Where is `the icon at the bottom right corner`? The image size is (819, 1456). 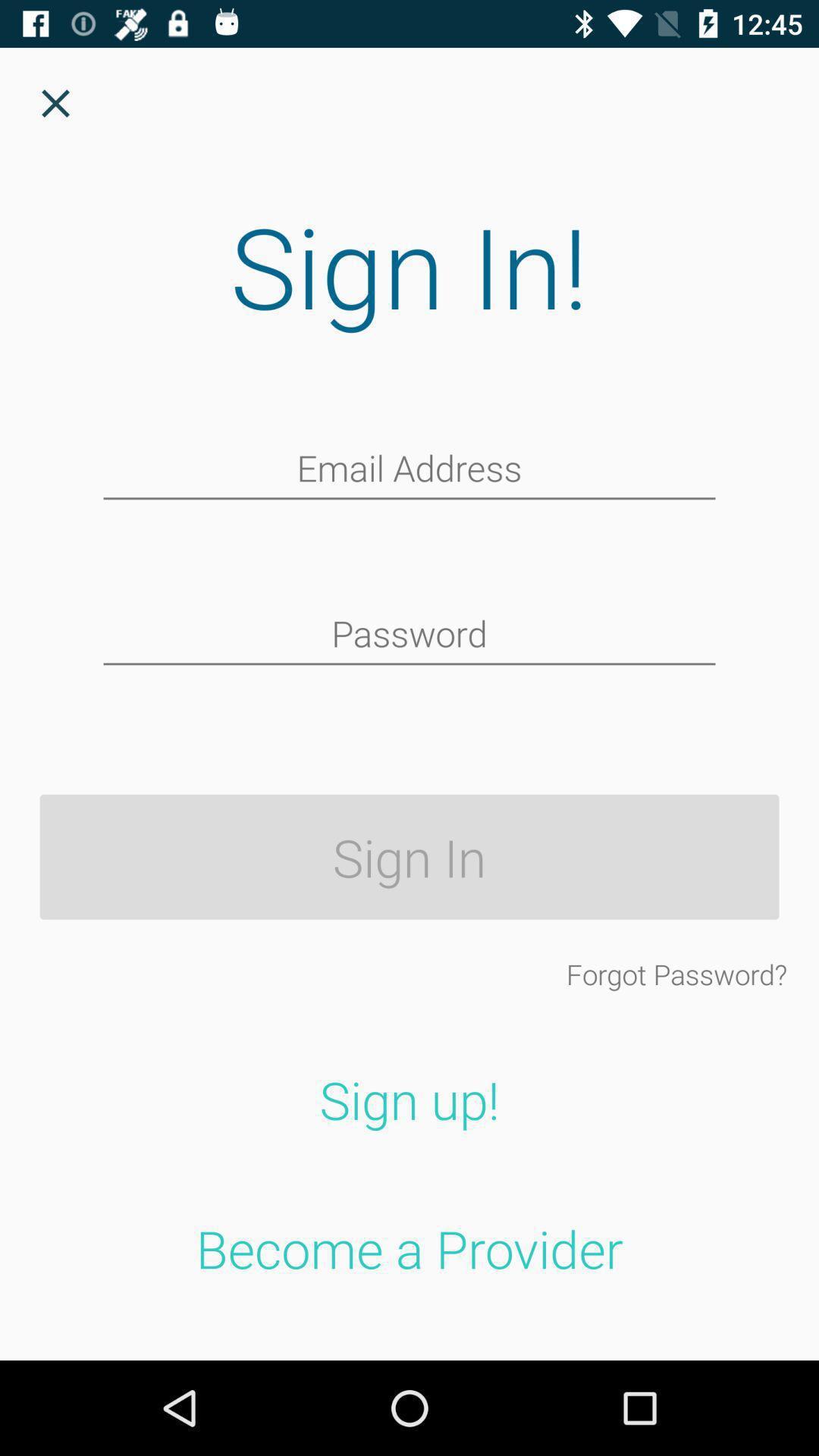
the icon at the bottom right corner is located at coordinates (676, 974).